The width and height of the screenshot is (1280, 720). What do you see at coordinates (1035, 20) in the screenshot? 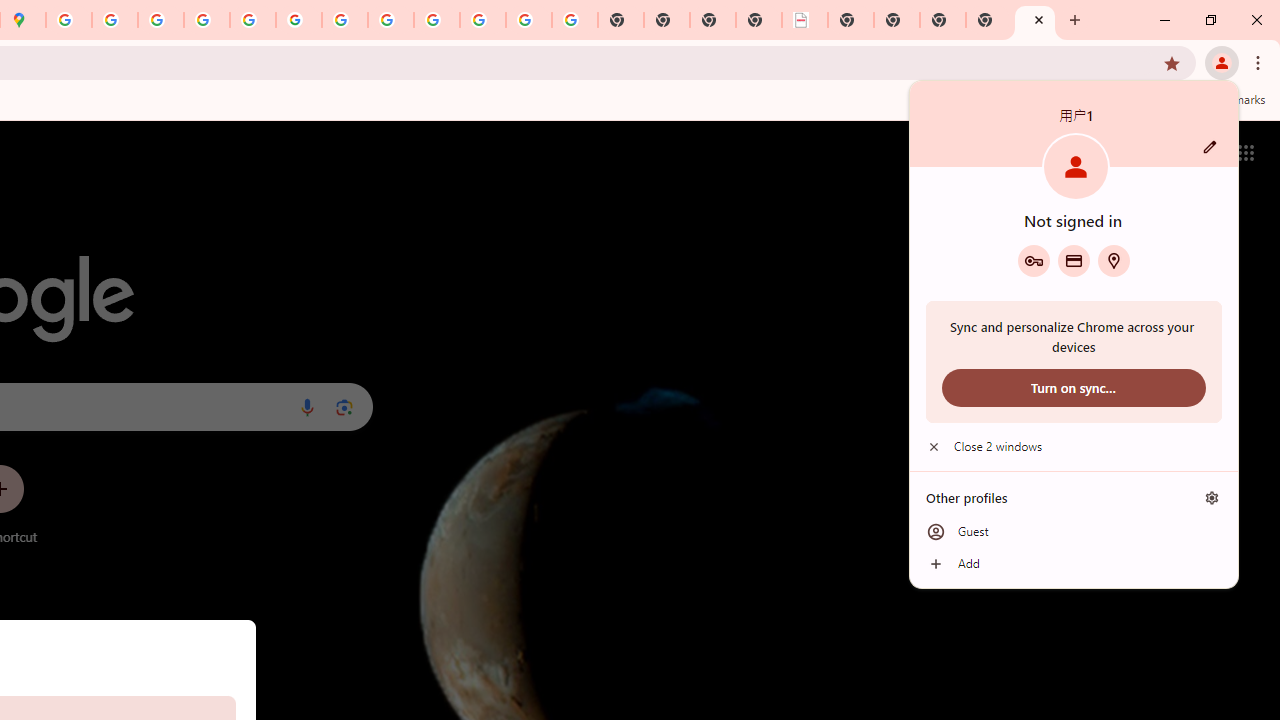
I see `'New Tab'` at bounding box center [1035, 20].